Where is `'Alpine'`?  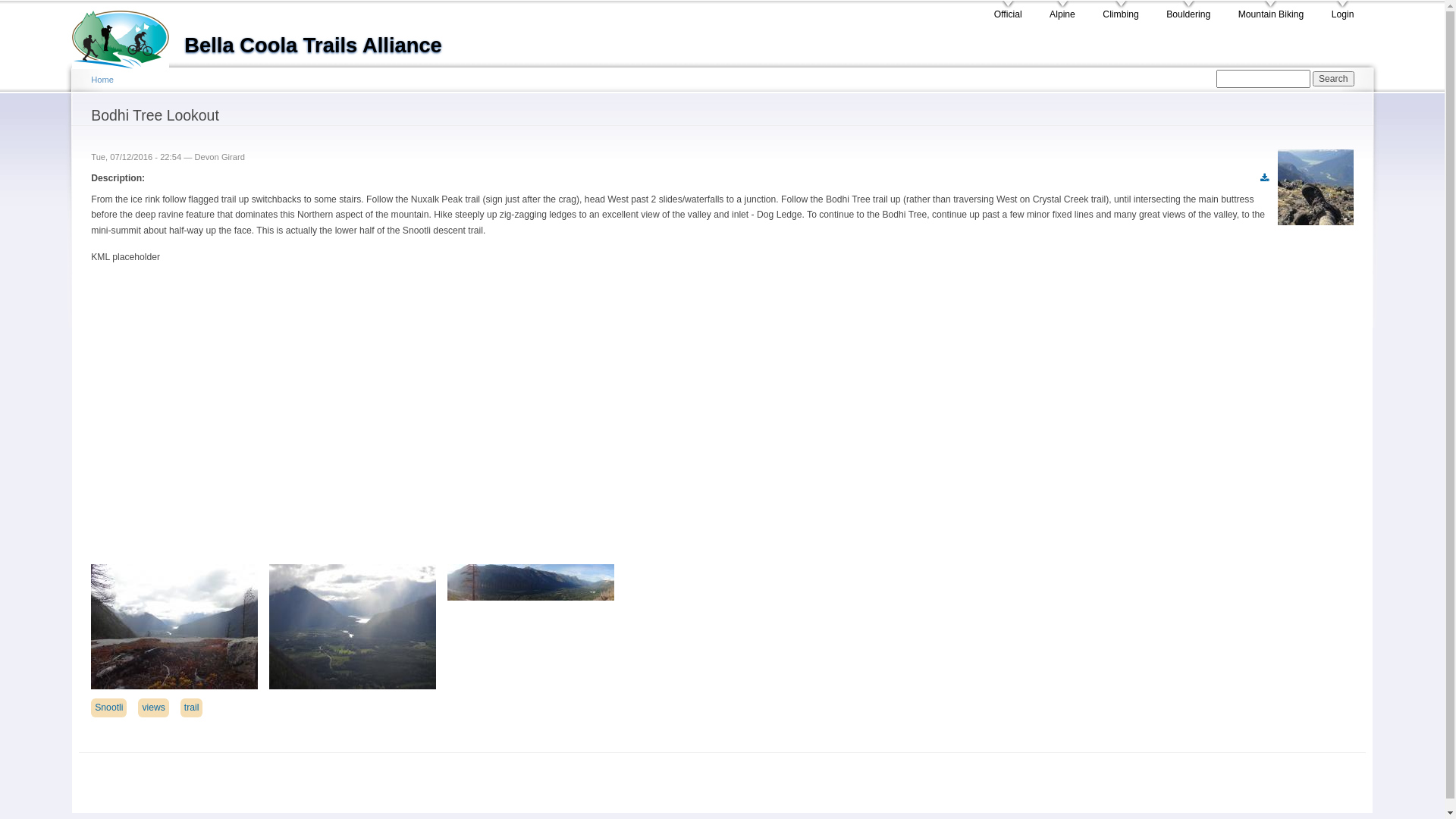
'Alpine' is located at coordinates (1048, 11).